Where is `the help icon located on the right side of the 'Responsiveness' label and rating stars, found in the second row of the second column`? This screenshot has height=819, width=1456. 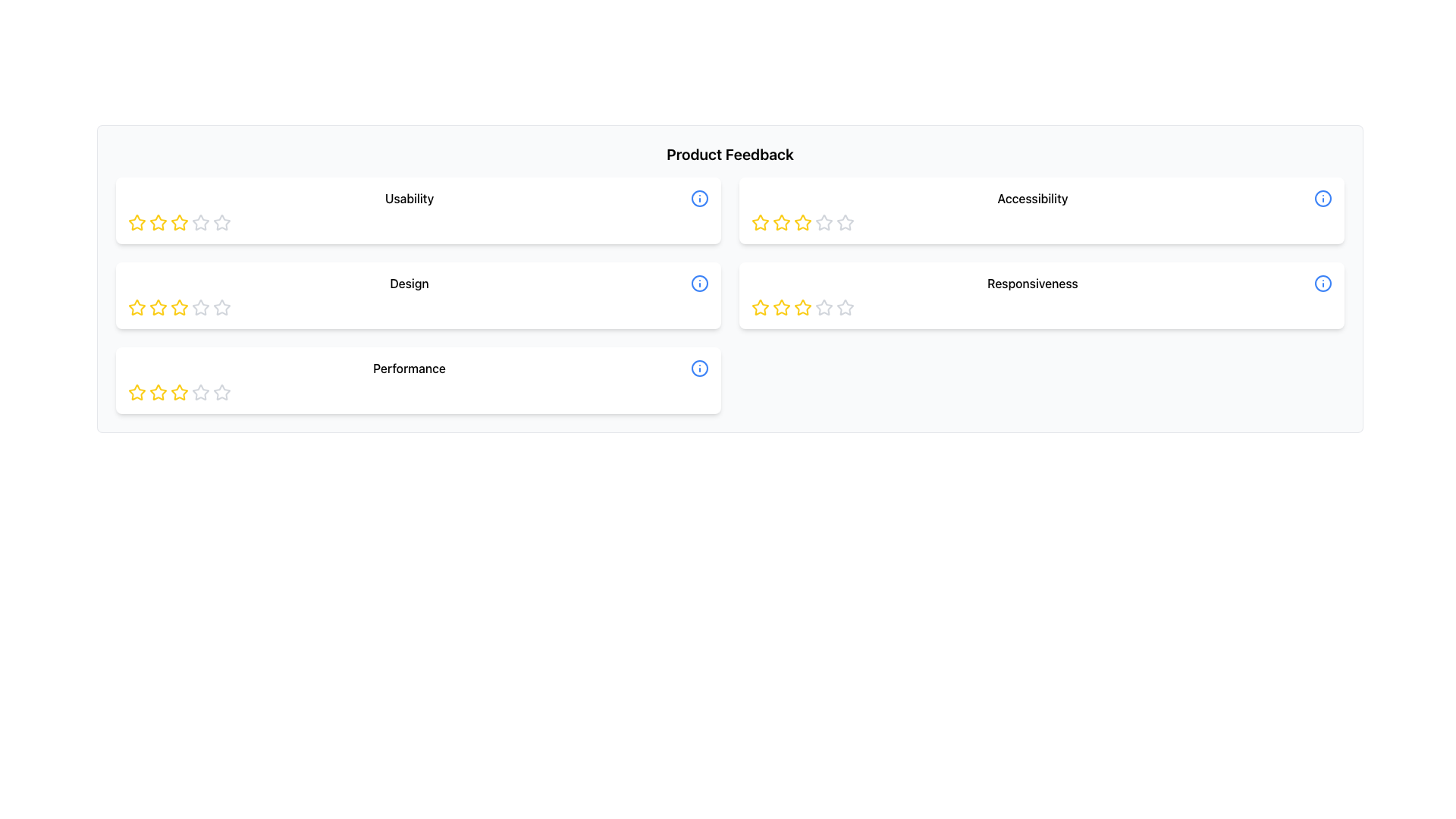
the help icon located on the right side of the 'Responsiveness' label and rating stars, found in the second row of the second column is located at coordinates (1323, 284).